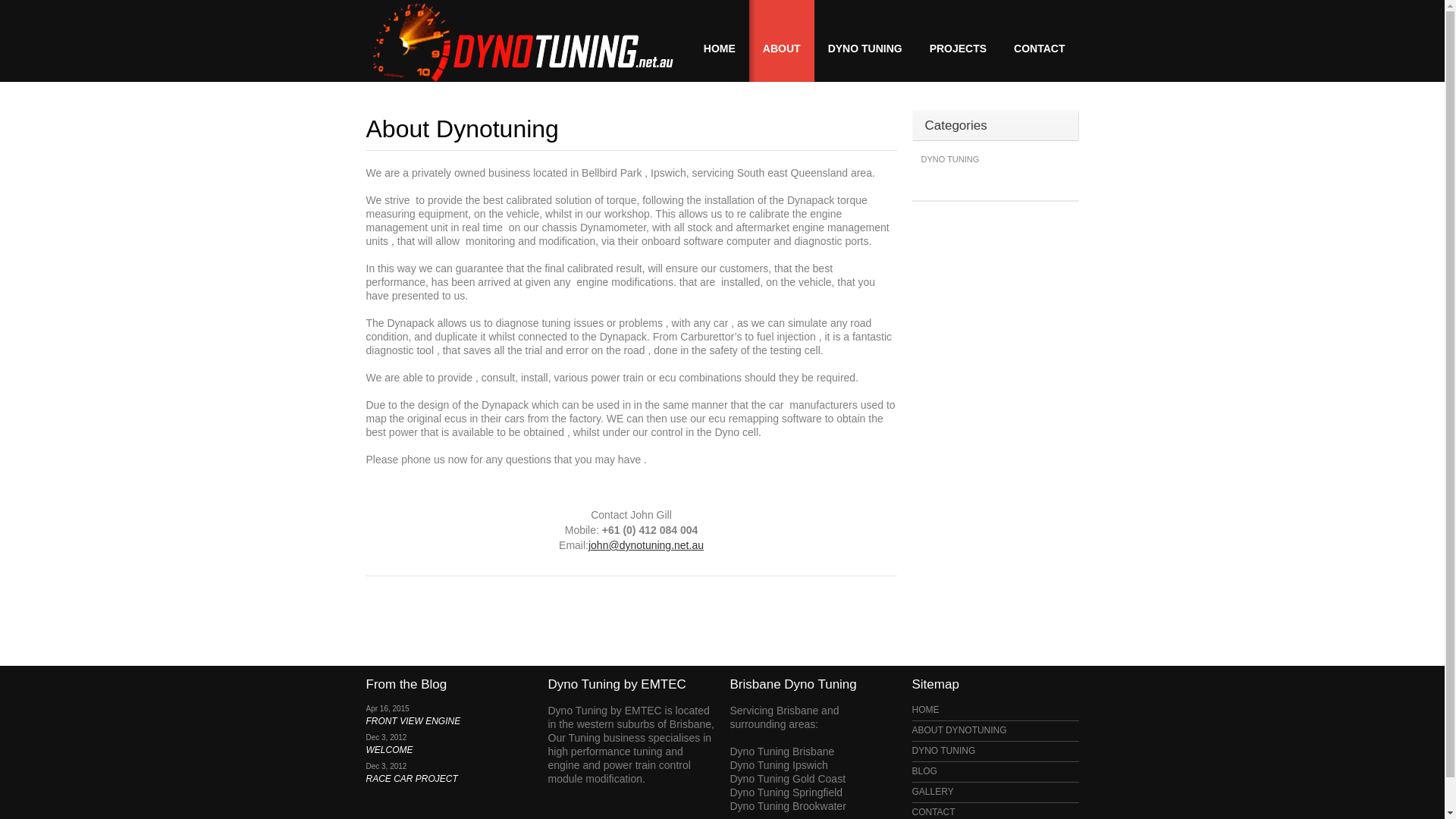 The image size is (1456, 819). Describe the element at coordinates (931, 791) in the screenshot. I see `'GALLERY'` at that location.